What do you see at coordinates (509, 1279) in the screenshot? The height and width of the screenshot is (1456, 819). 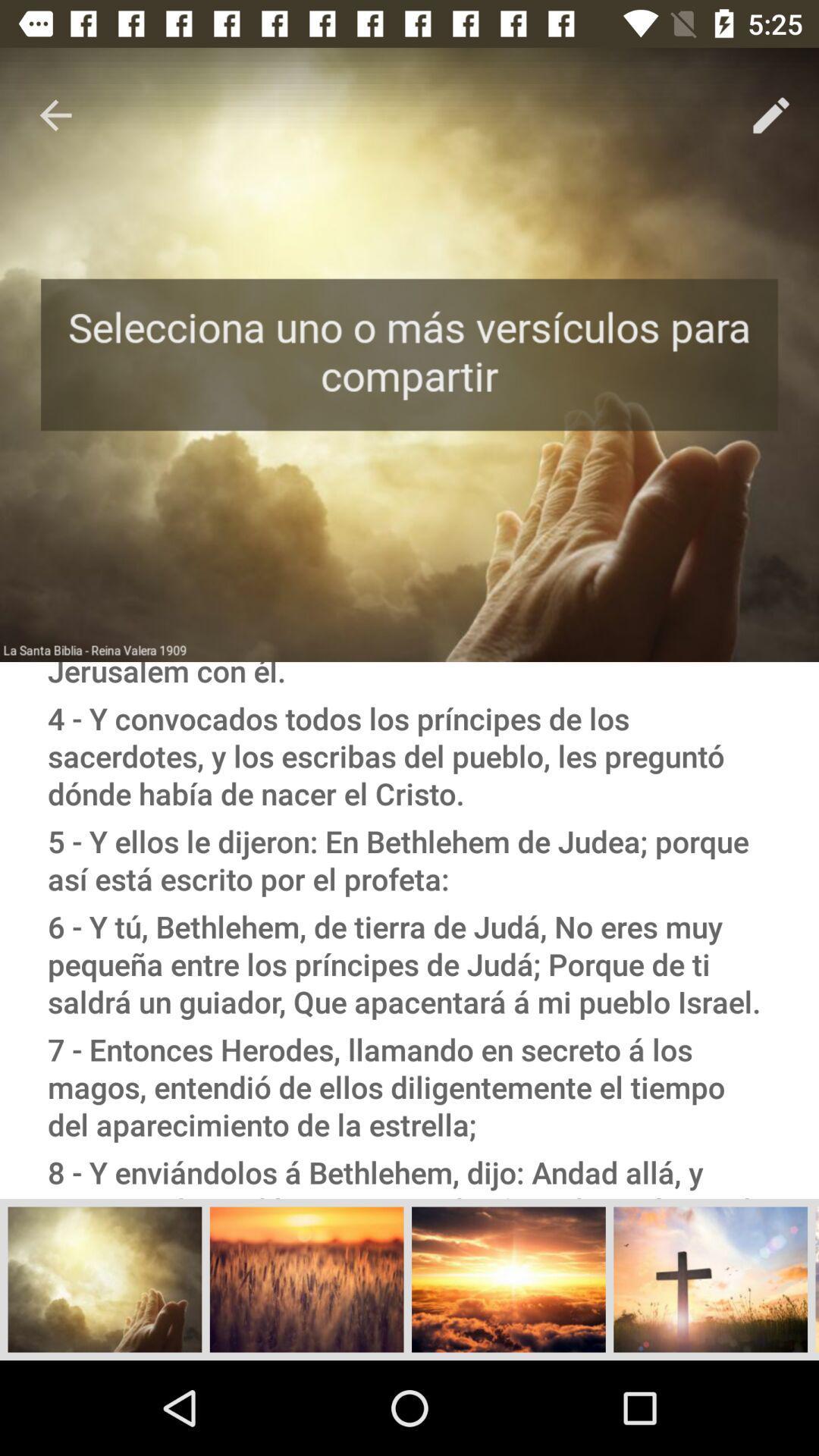 I see `the third left image from bottom` at bounding box center [509, 1279].